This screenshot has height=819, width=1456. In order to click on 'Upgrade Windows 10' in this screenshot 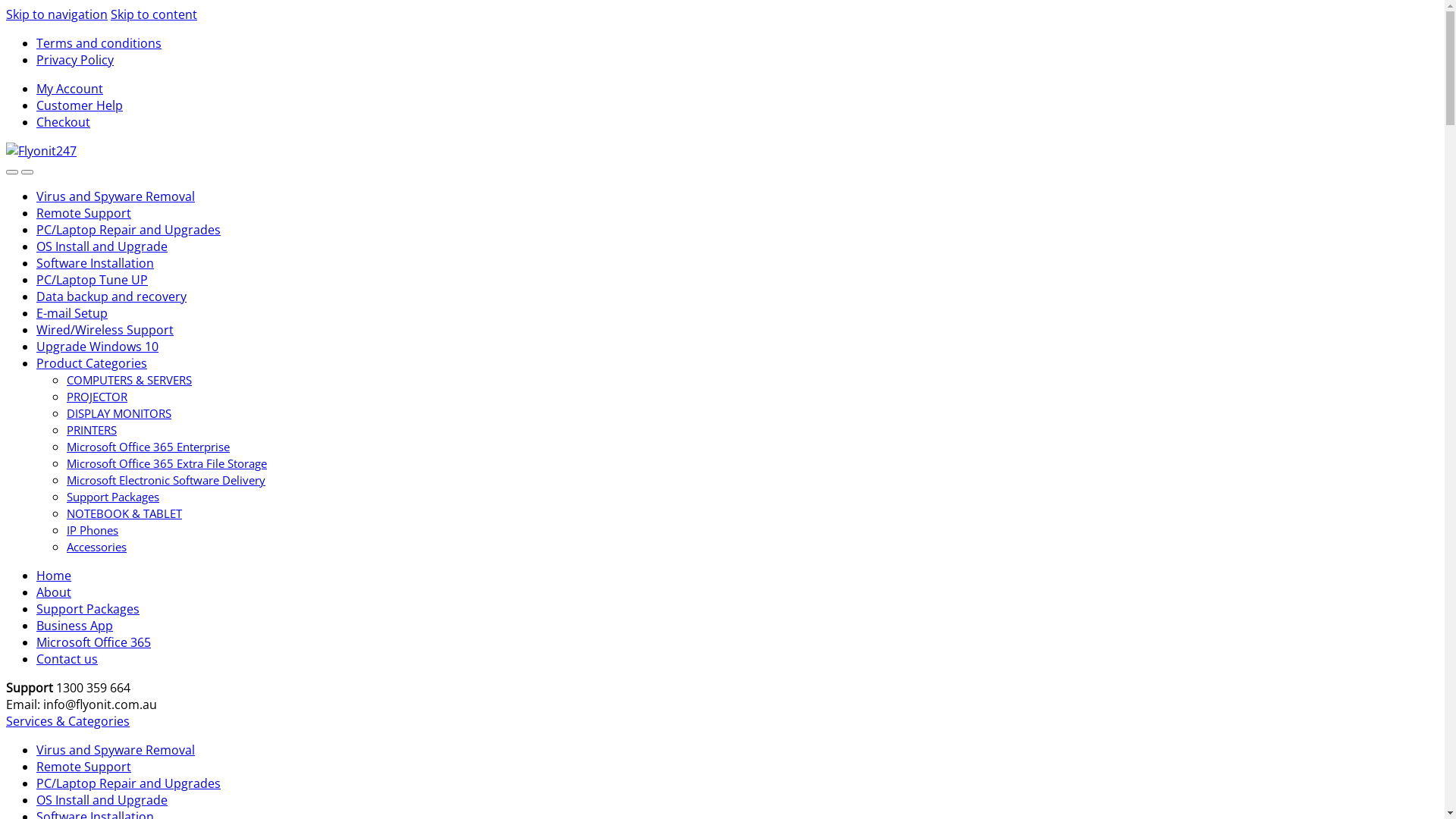, I will do `click(96, 346)`.